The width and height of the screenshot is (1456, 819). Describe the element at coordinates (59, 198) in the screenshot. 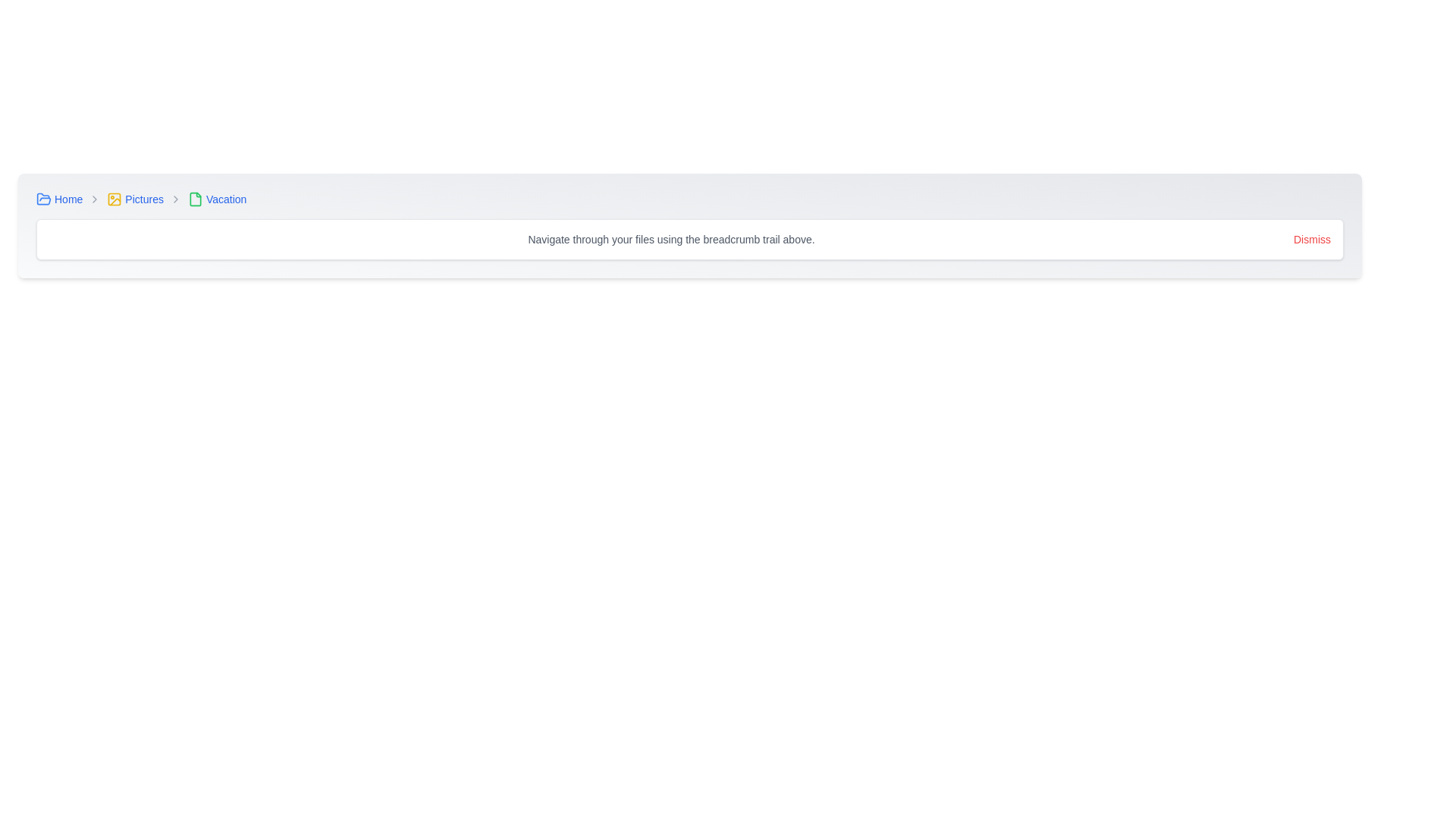

I see `the Breadcrumb Navigation Link, which is the first element in the horizontal breadcrumb navigation bar, likely leading to the home or root directory` at that location.